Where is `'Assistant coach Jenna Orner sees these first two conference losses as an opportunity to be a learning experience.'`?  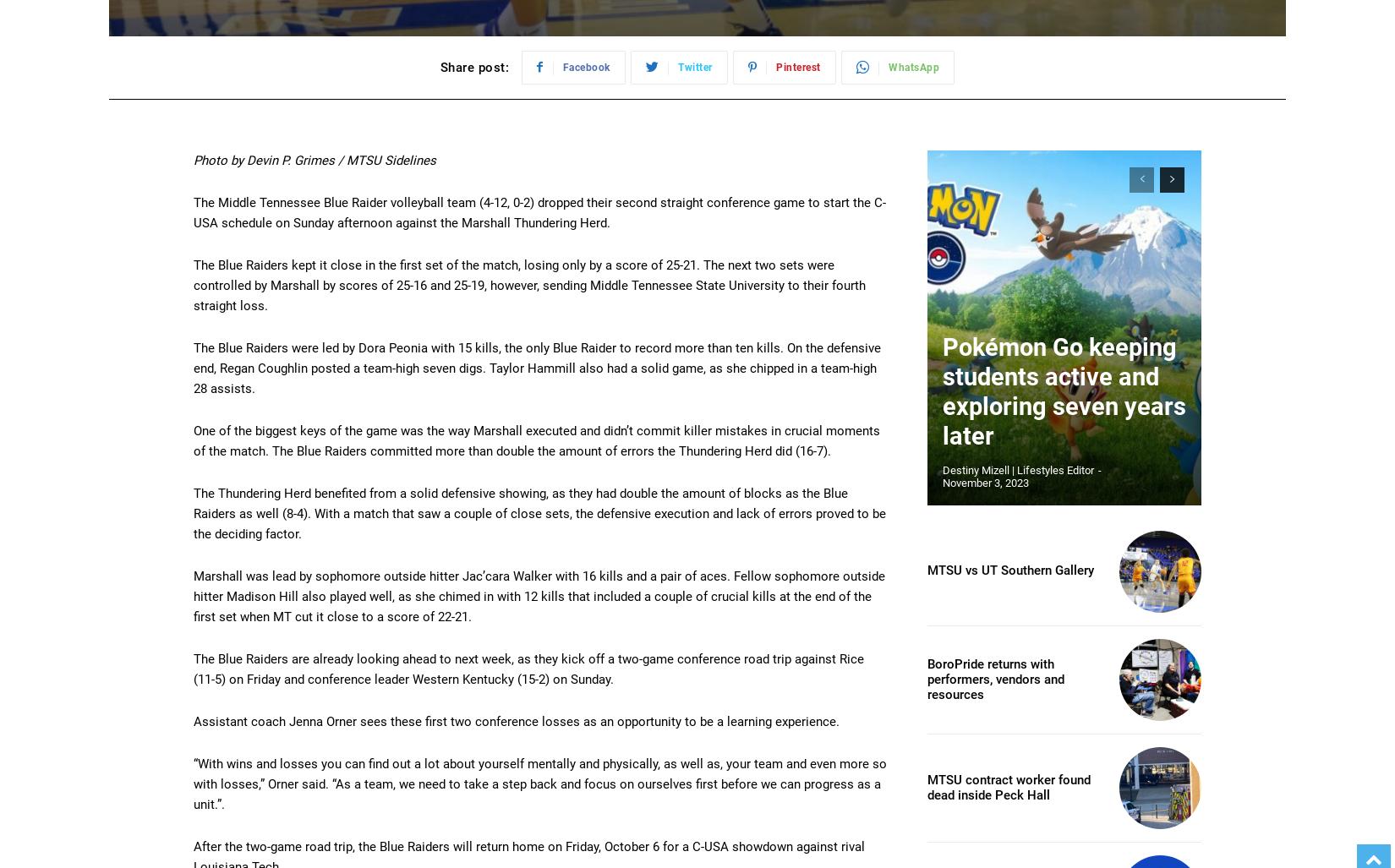
'Assistant coach Jenna Orner sees these first two conference losses as an opportunity to be a learning experience.' is located at coordinates (515, 721).